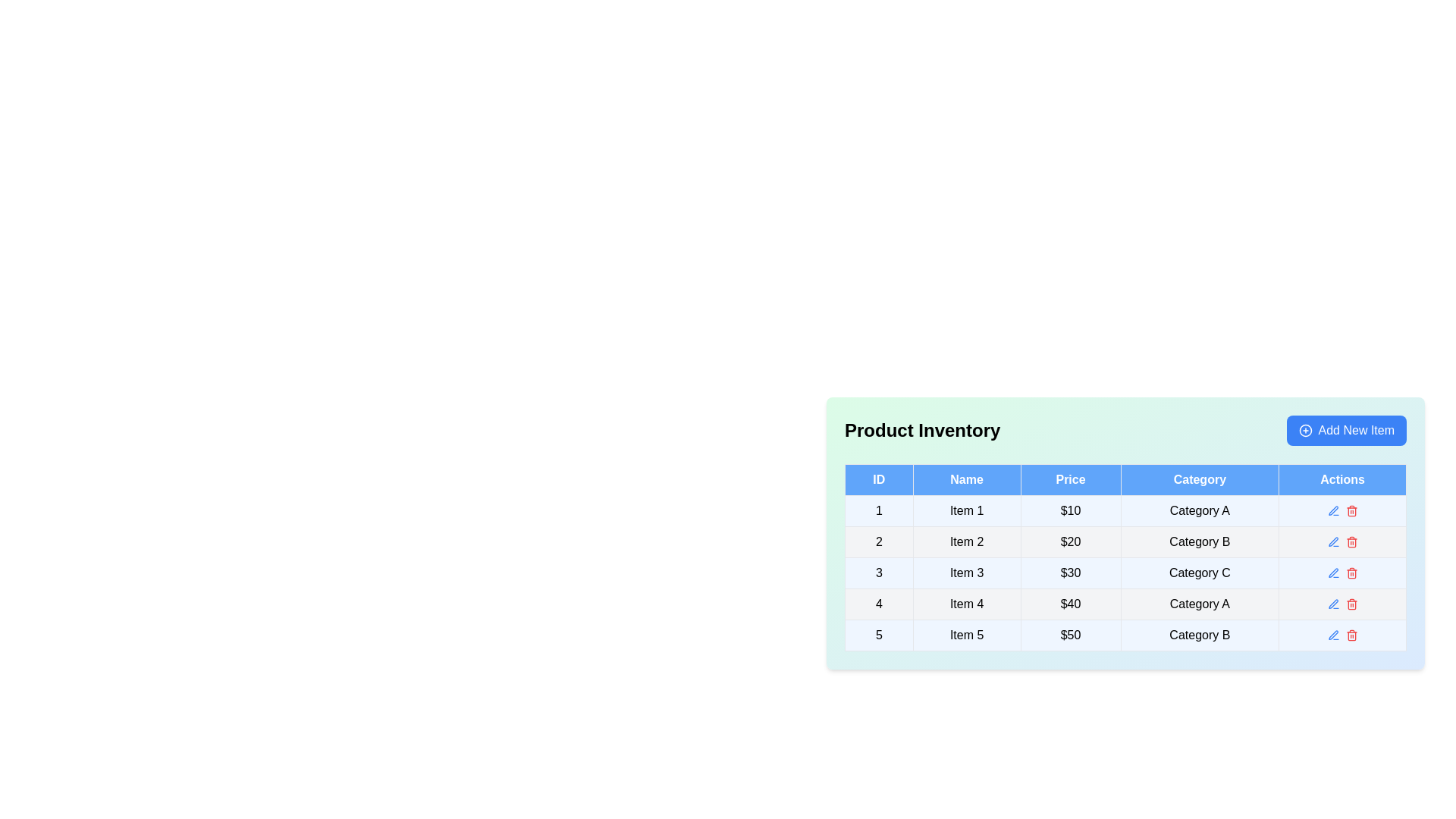 This screenshot has height=819, width=1456. What do you see at coordinates (1342, 604) in the screenshot?
I see `the table cell with action controls for 'Item 4' located in the last column of the fourth row under the 'Actions' heading` at bounding box center [1342, 604].